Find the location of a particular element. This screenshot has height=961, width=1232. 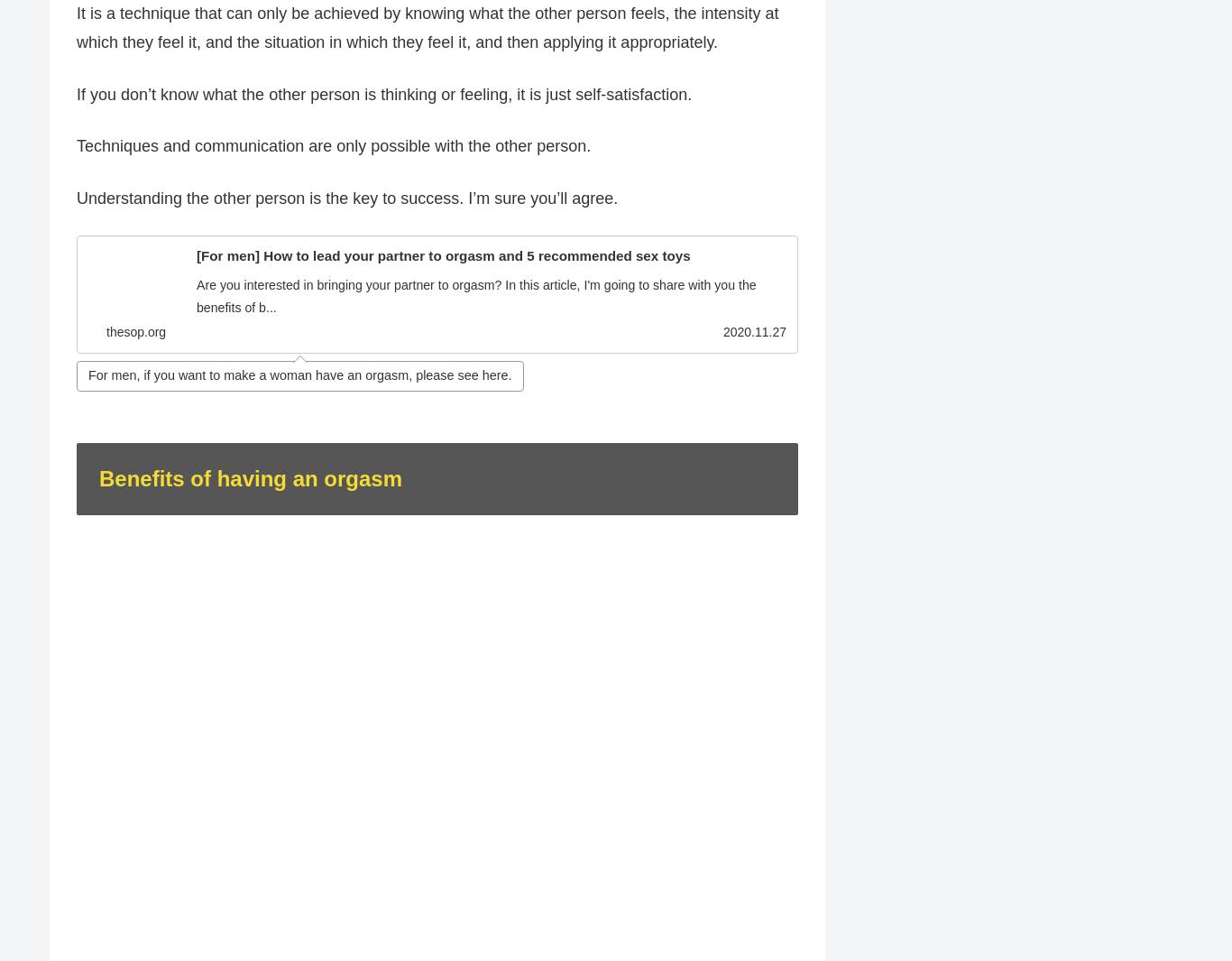

'Understanding the other person is the key to success. I’m sure you’ll agree.' is located at coordinates (345, 198).